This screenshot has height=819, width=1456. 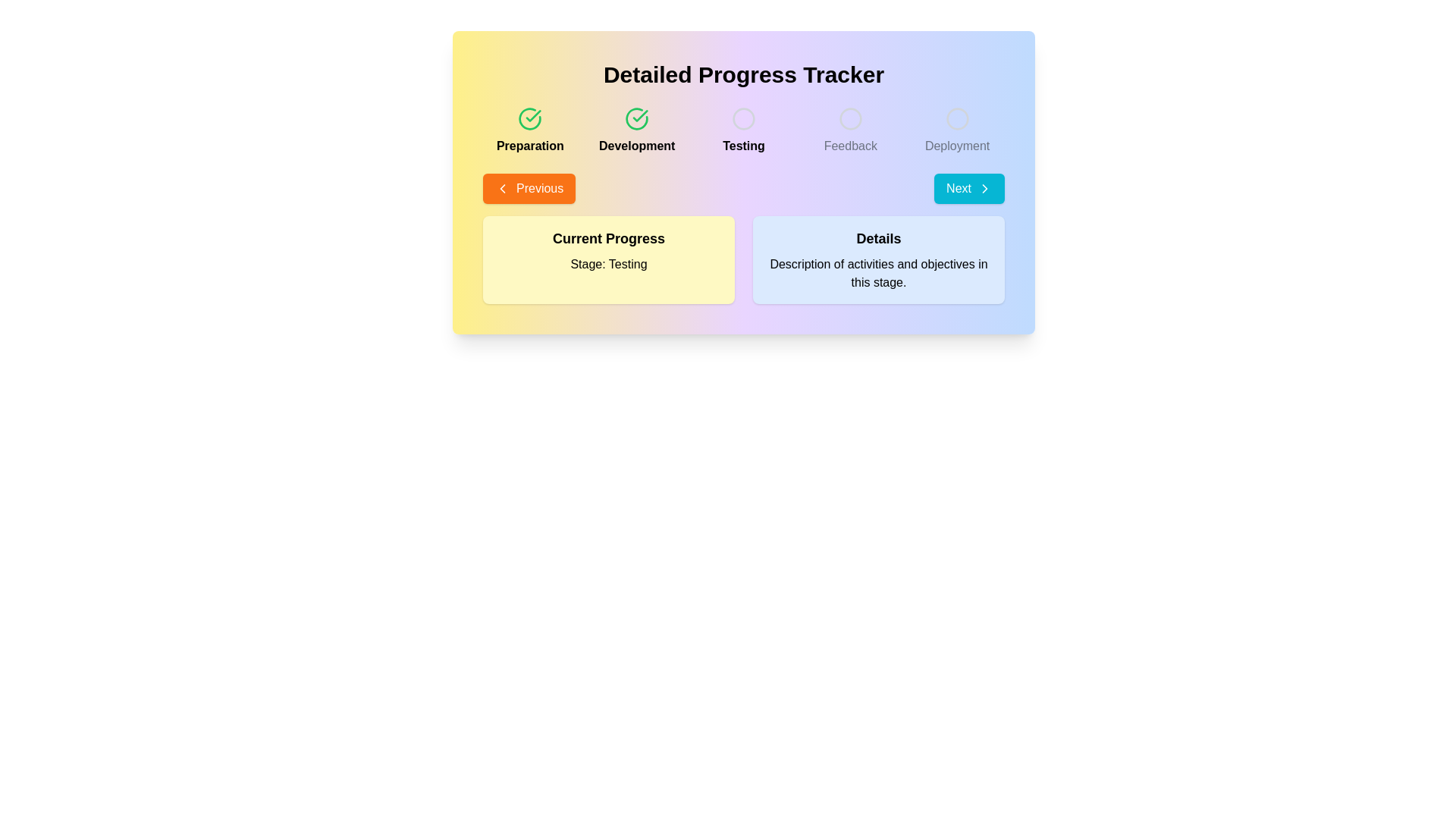 I want to click on the 'Feedback' label which indicates the fourth stage in a horizontal progress tracker, positioned below its corresponding circle indicator, so click(x=850, y=146).